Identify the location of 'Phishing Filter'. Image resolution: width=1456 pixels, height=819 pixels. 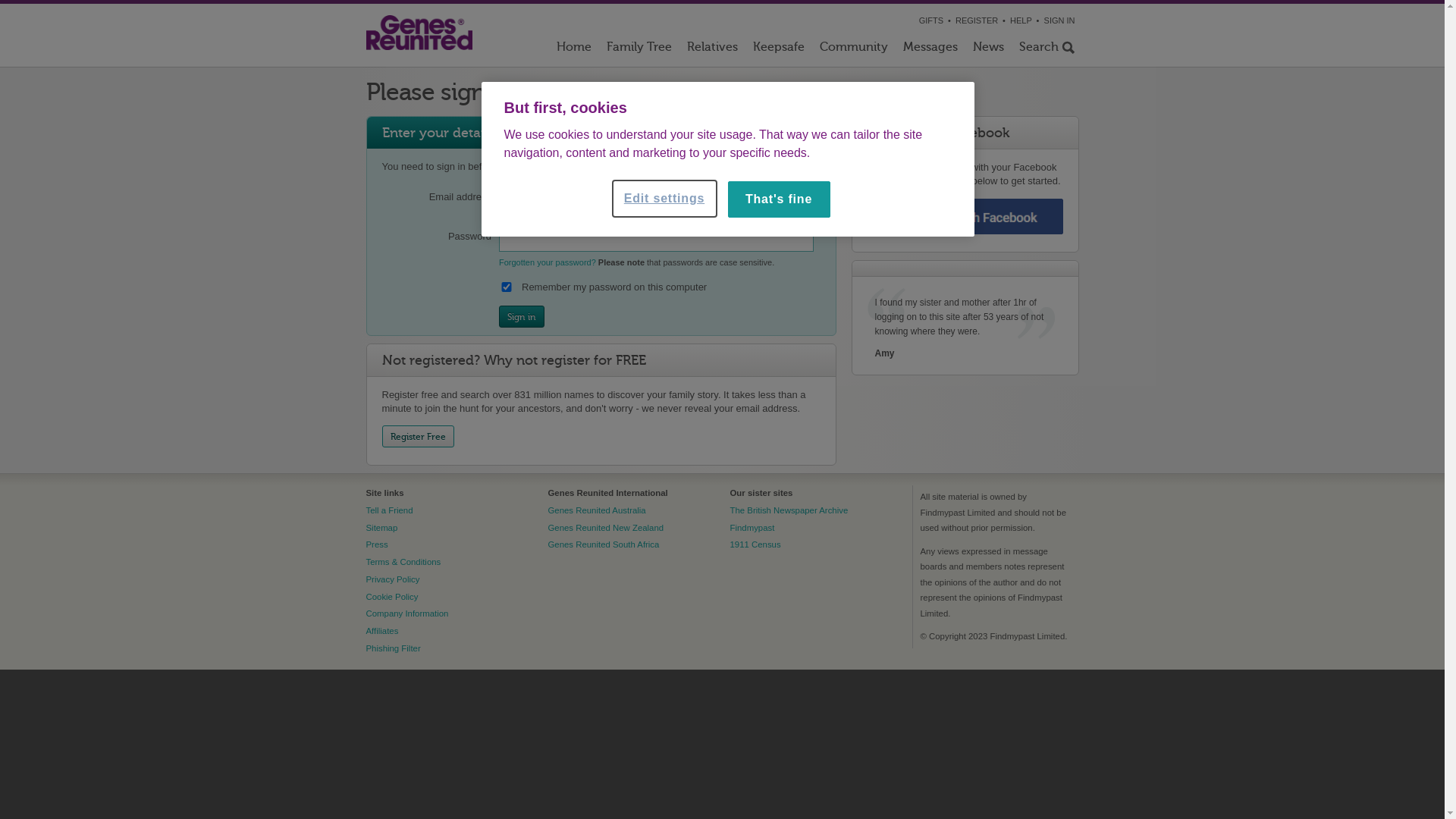
(393, 648).